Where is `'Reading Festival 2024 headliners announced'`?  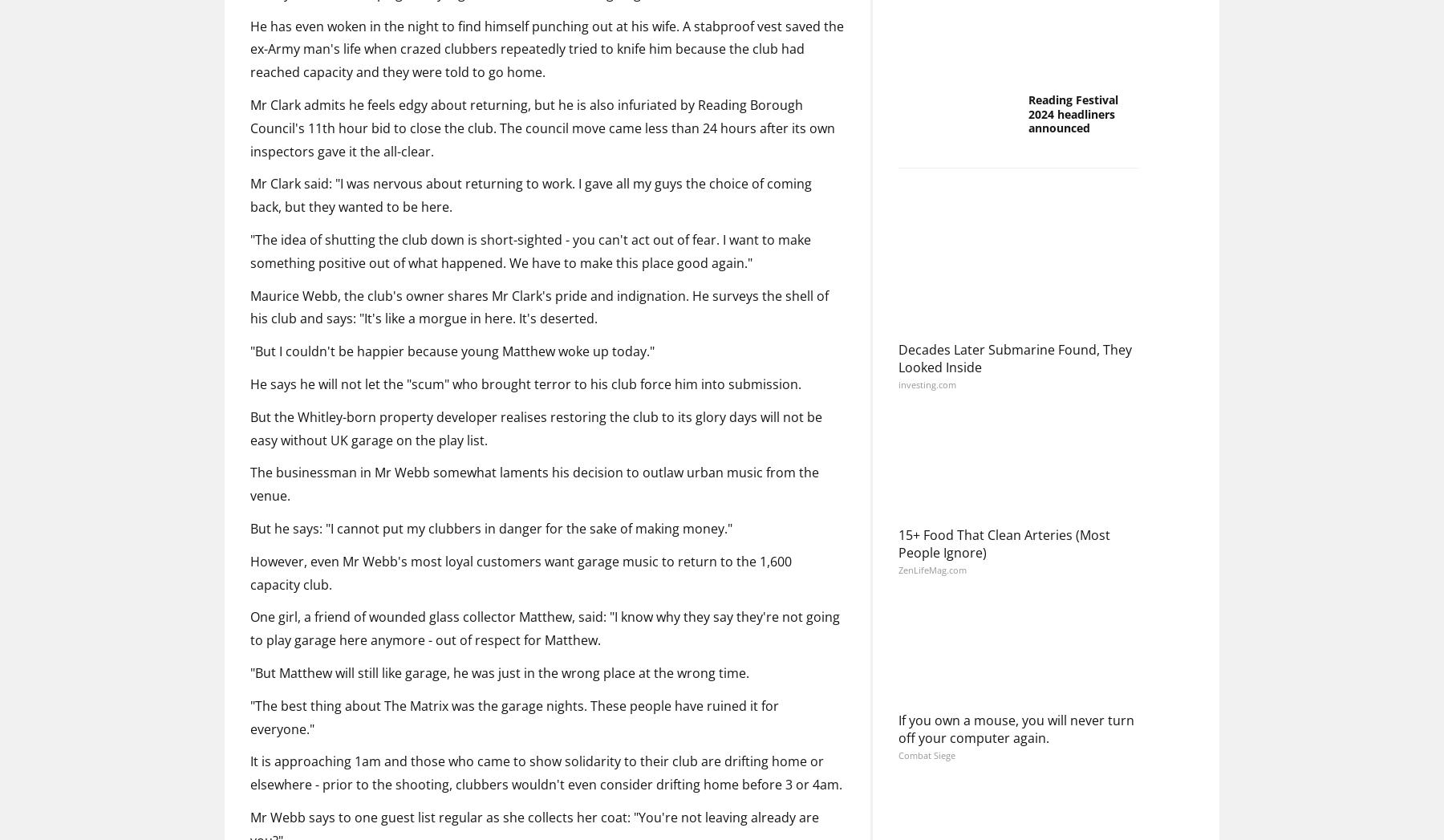 'Reading Festival 2024 headliners announced' is located at coordinates (1028, 241).